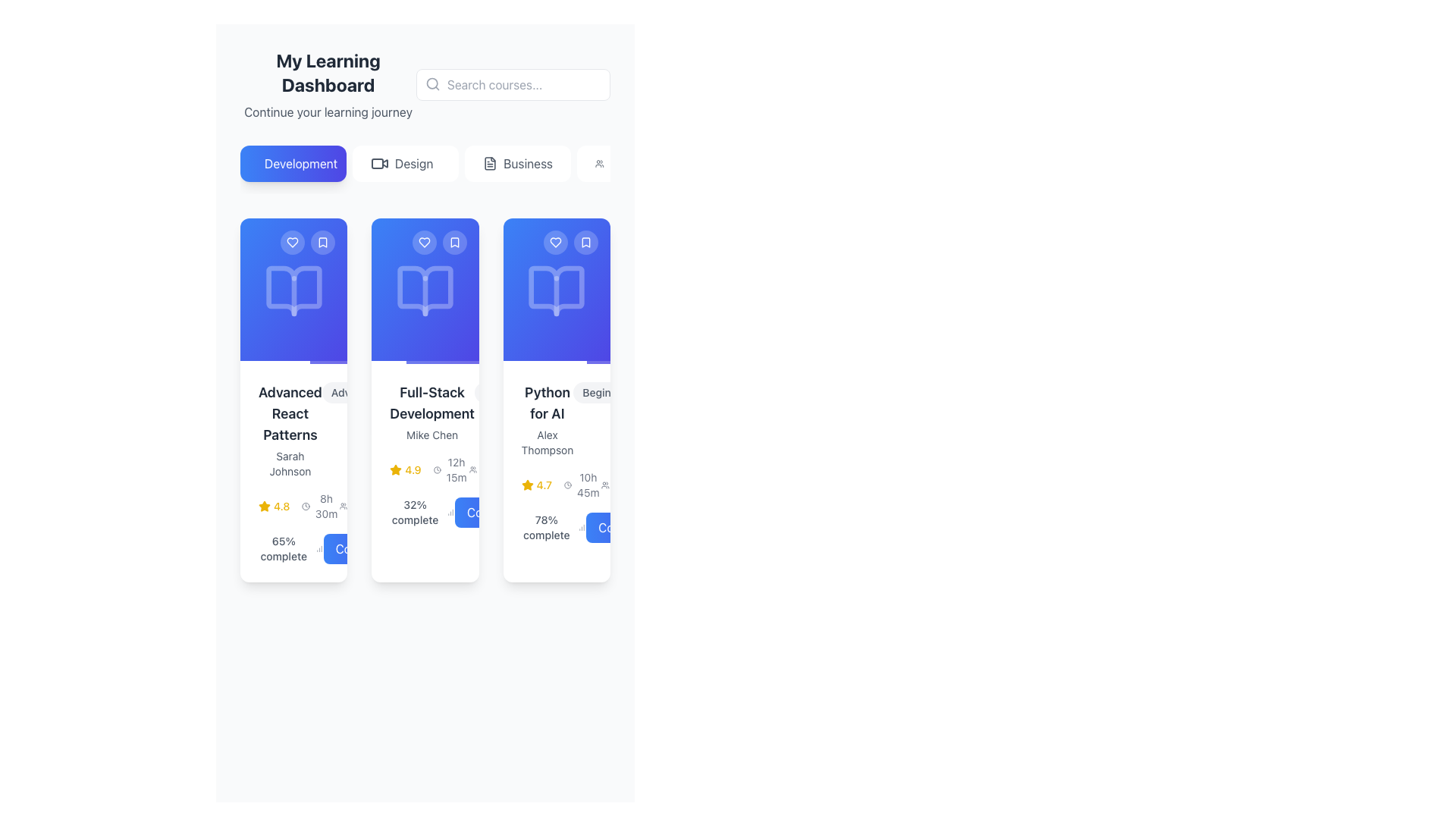 The width and height of the screenshot is (1456, 819). I want to click on text value '4.9' from the Rating indicator which is a star icon followed by the numeric rating in yellow, located within the 'Full-Stack Development' card directly below the course title, so click(405, 469).